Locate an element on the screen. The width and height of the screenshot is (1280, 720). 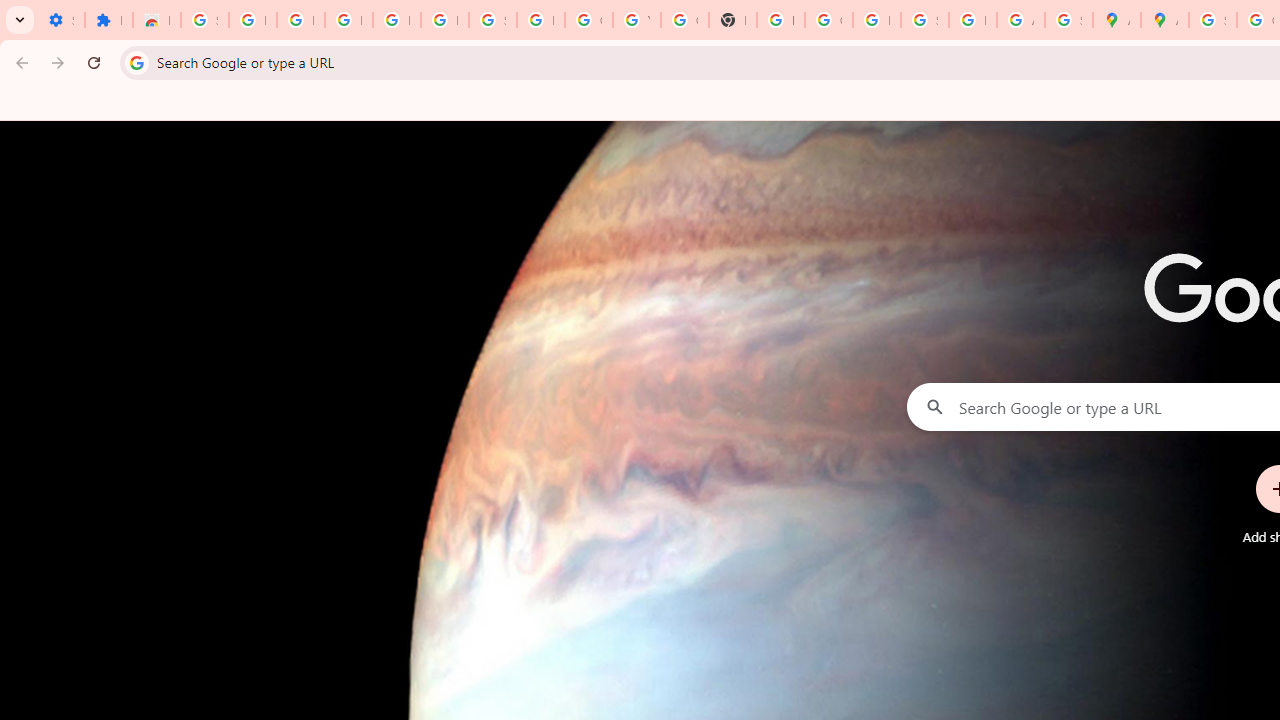
'Delete photos & videos - Computer - Google Photos Help' is located at coordinates (348, 20).